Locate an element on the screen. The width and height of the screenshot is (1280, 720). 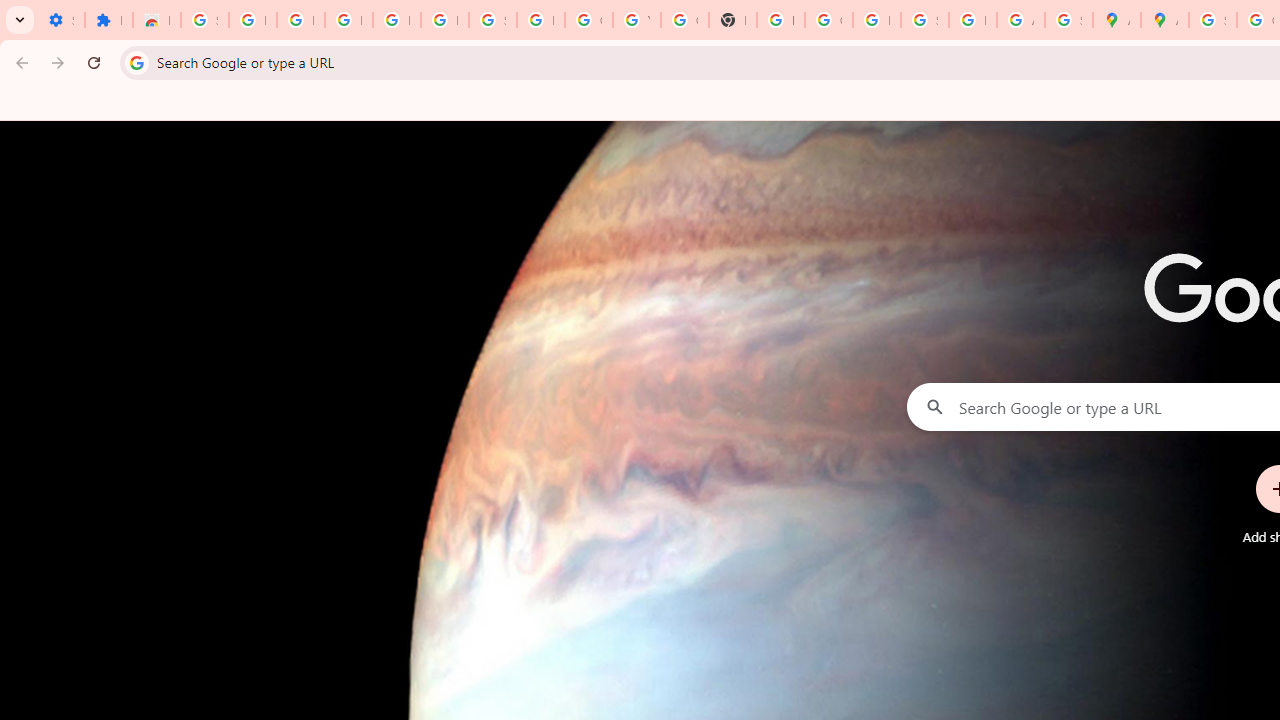
'Delete photos & videos - Computer - Google Photos Help' is located at coordinates (348, 20).